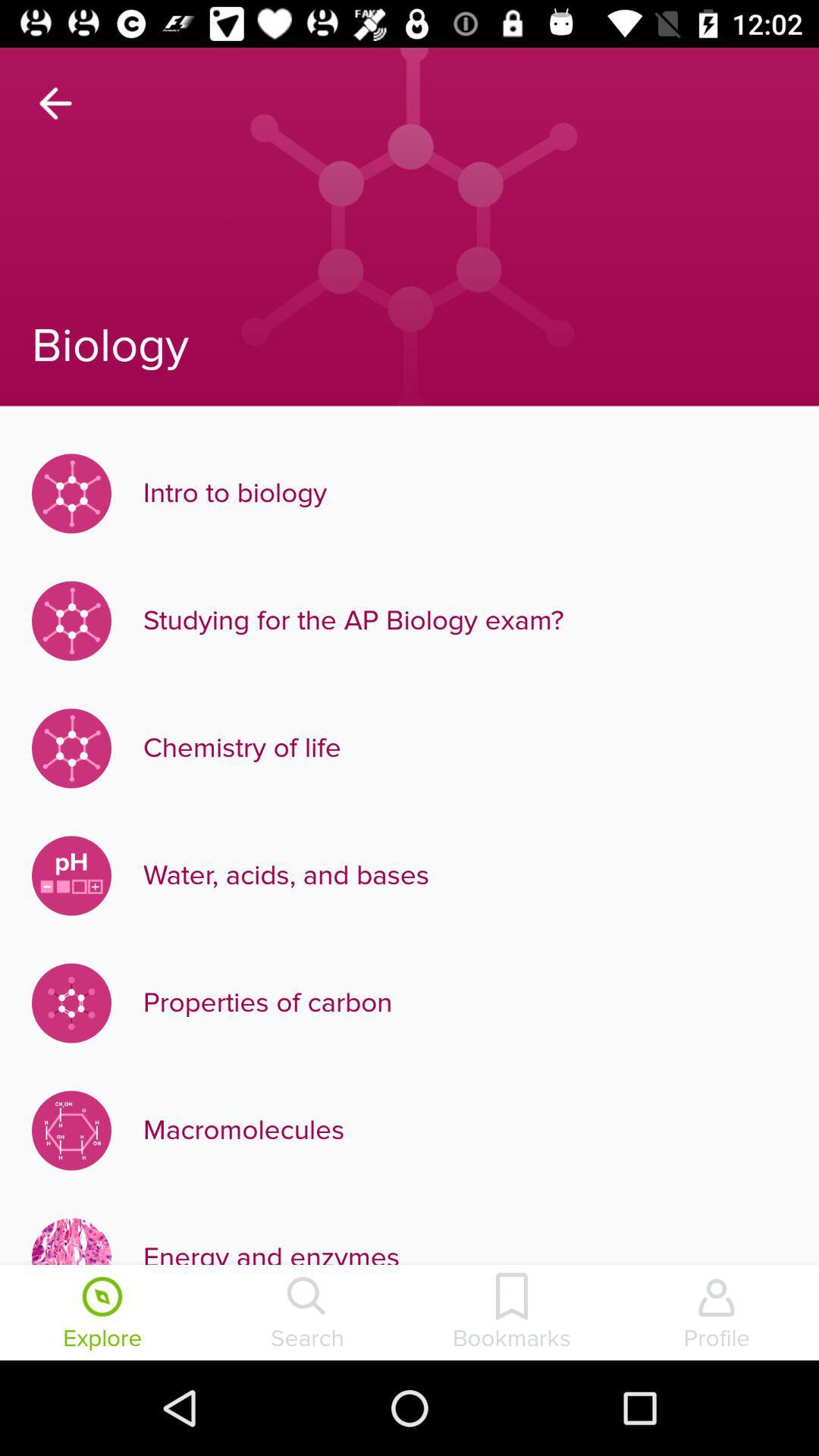 The height and width of the screenshot is (1456, 819). Describe the element at coordinates (102, 1313) in the screenshot. I see `the item to the left of search icon` at that location.